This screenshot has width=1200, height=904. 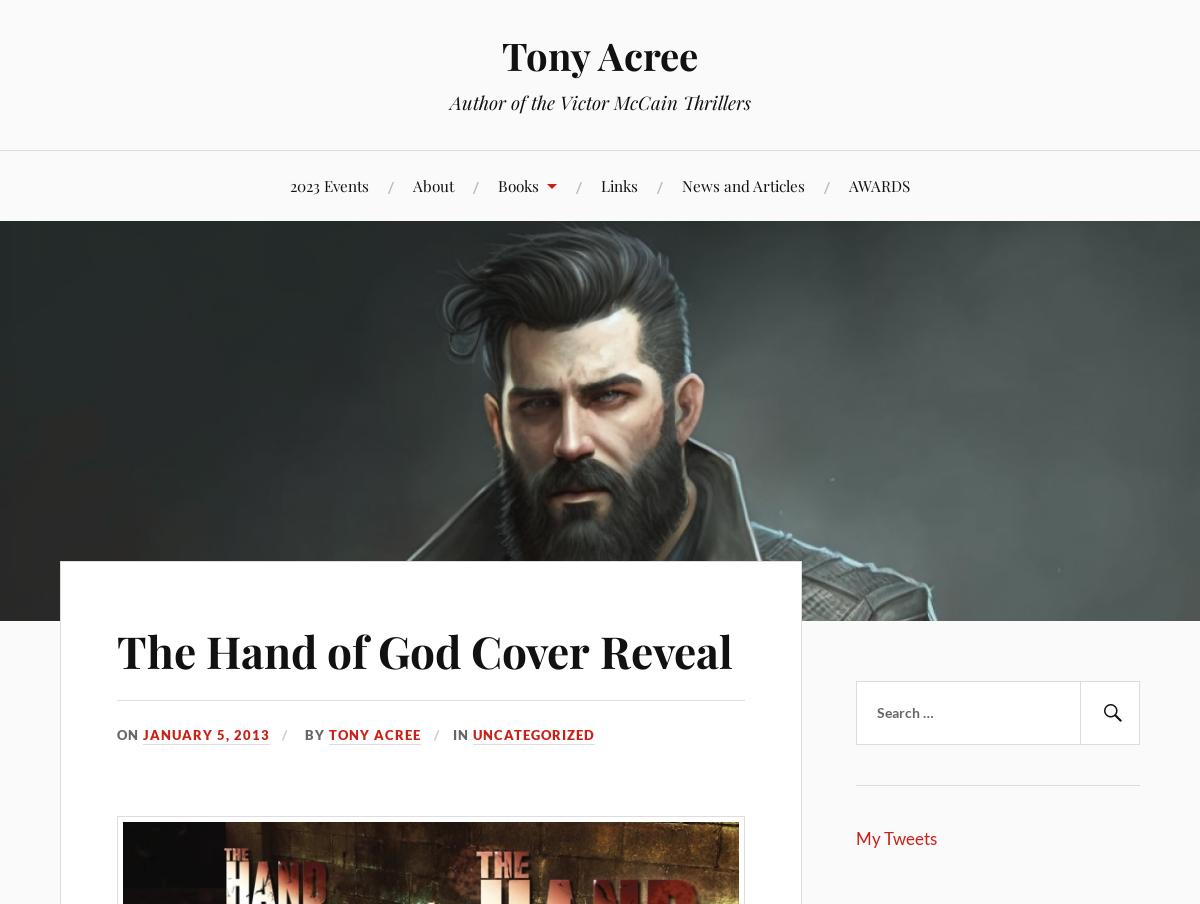 I want to click on 'My Tweets', so click(x=894, y=837).